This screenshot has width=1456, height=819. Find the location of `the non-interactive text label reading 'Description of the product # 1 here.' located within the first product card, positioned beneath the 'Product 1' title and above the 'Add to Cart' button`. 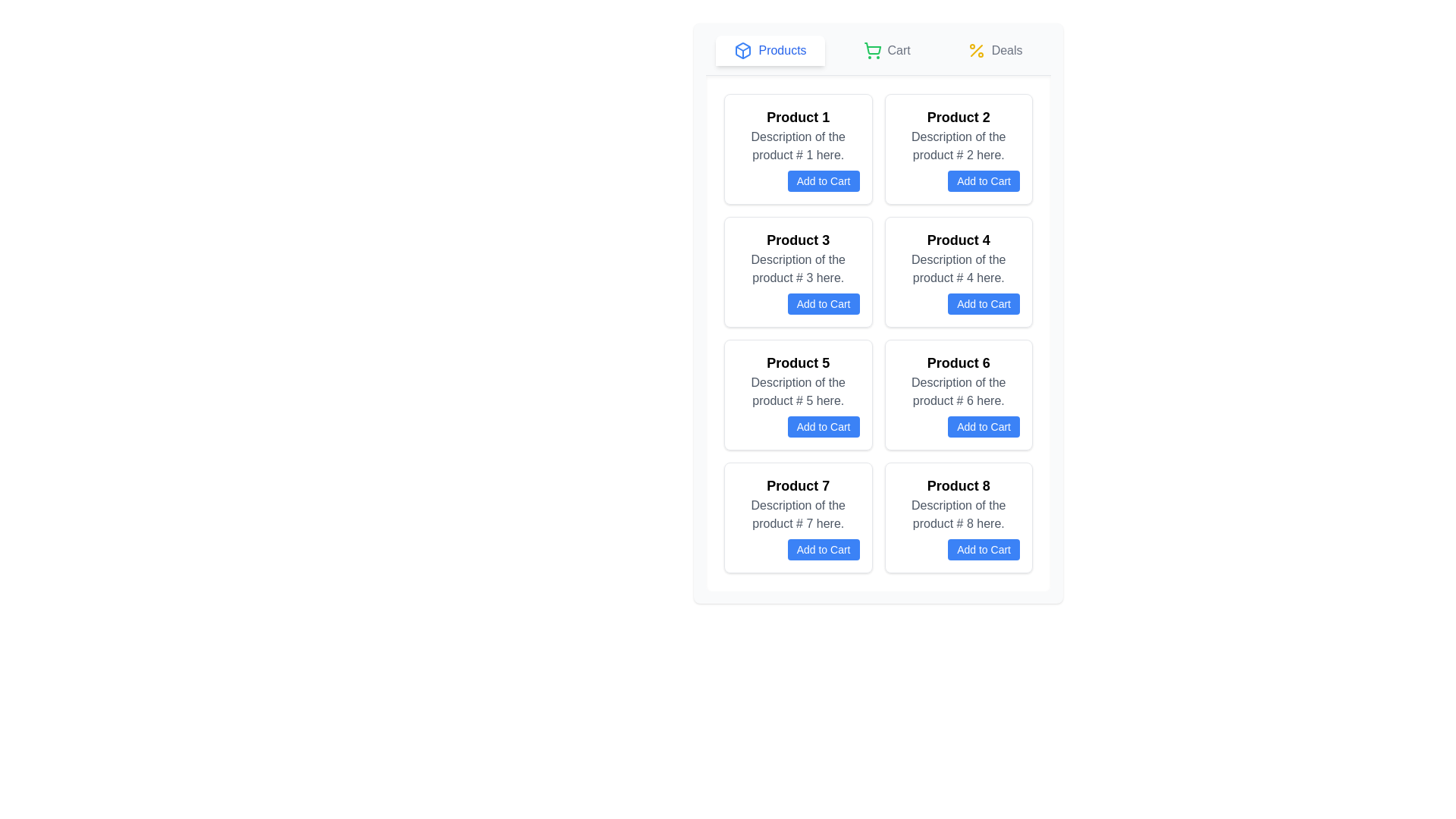

the non-interactive text label reading 'Description of the product # 1 here.' located within the first product card, positioned beneath the 'Product 1' title and above the 'Add to Cart' button is located at coordinates (797, 146).